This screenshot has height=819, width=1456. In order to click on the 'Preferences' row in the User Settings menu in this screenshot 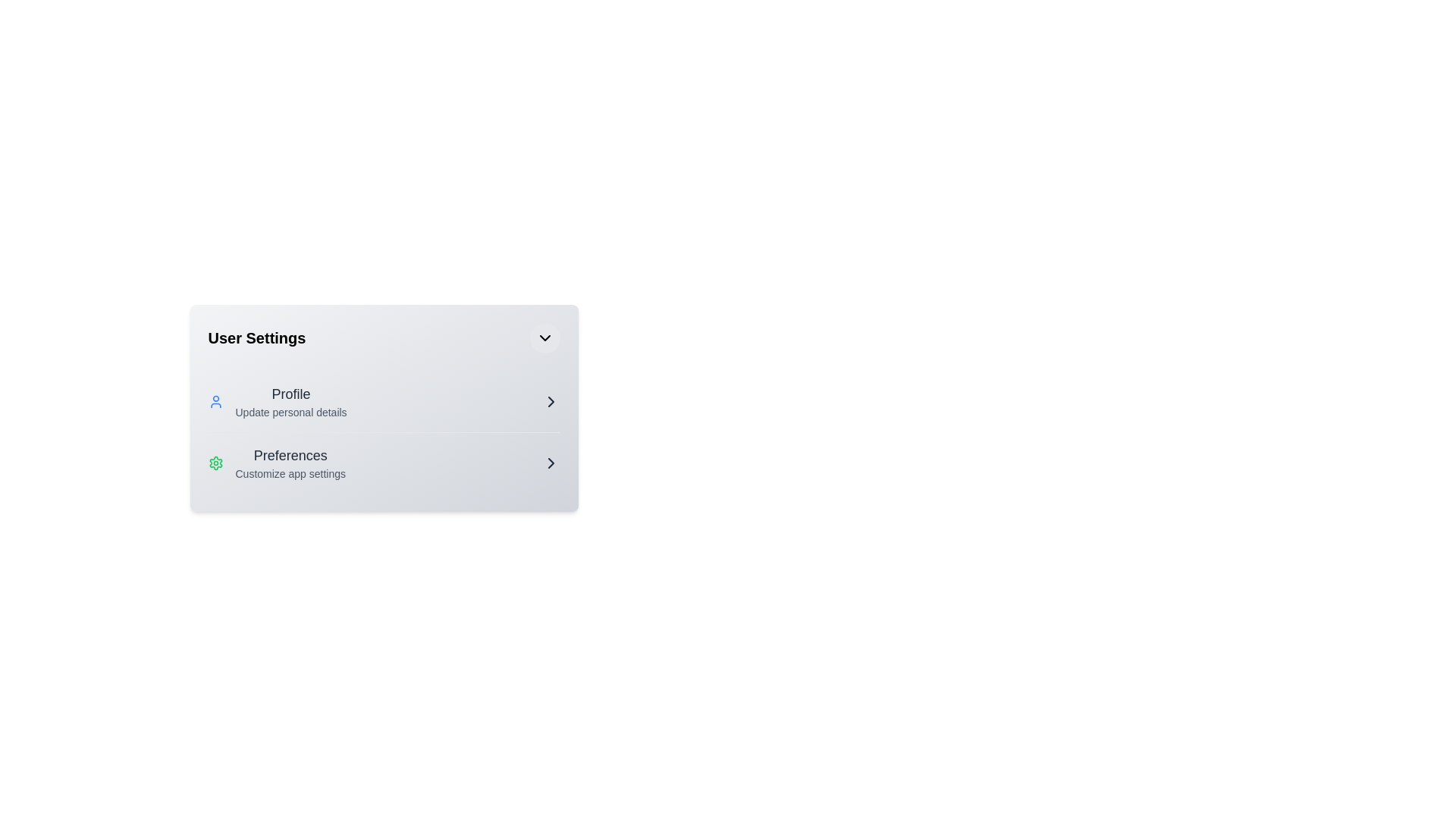, I will do `click(384, 432)`.